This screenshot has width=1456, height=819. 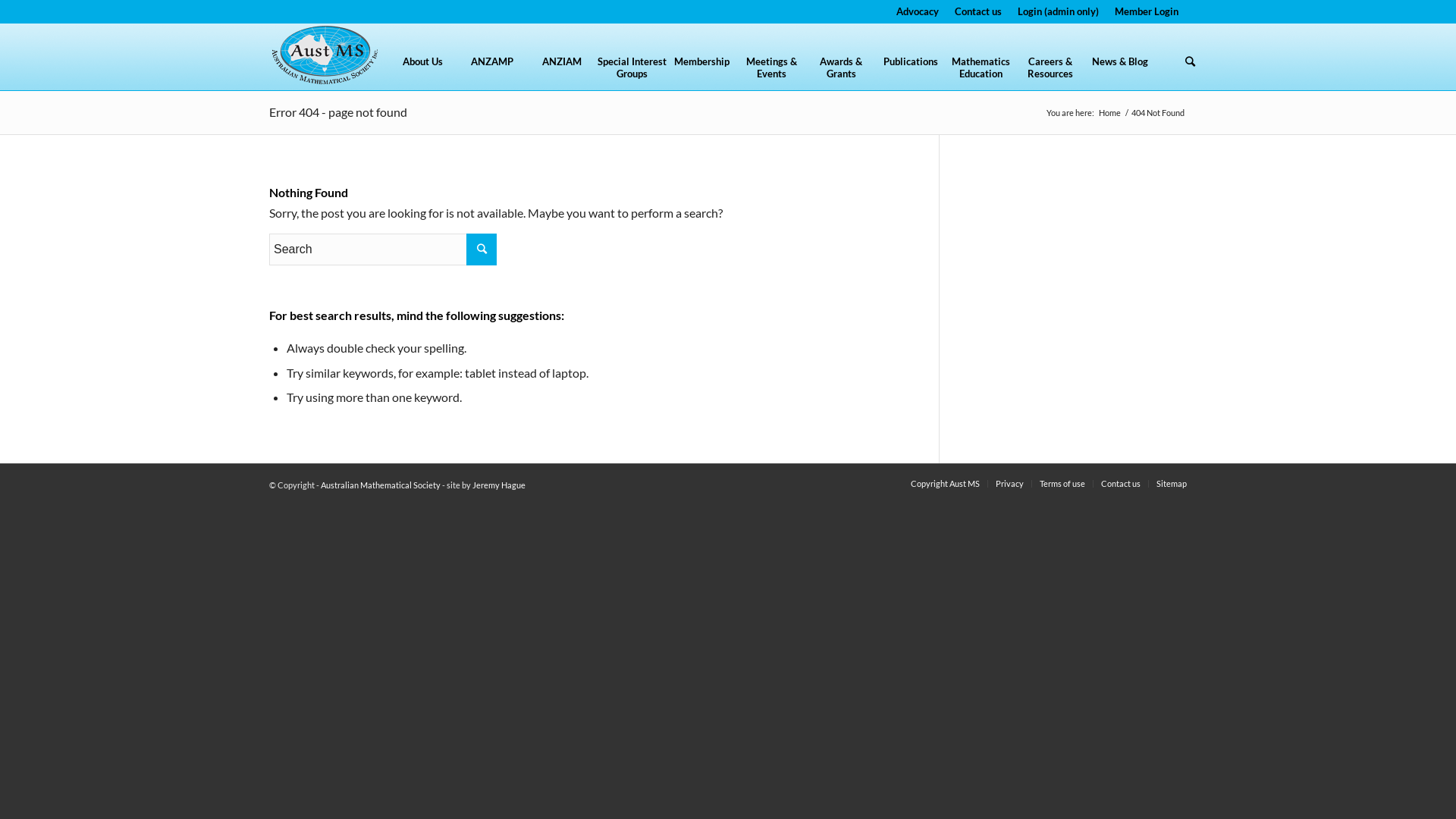 I want to click on 'Awards & Grants', so click(x=839, y=72).